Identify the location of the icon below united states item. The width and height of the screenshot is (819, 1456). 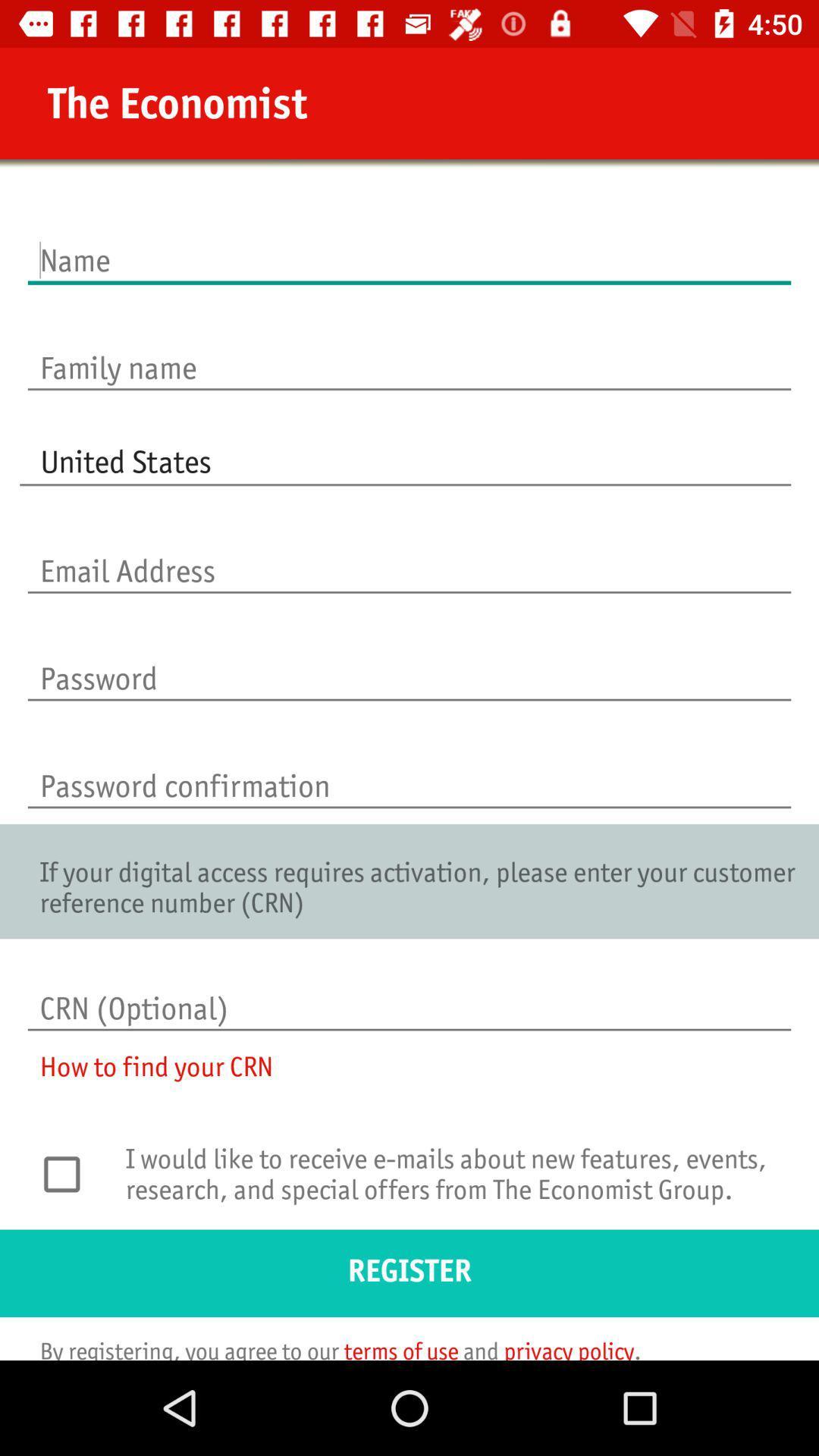
(409, 554).